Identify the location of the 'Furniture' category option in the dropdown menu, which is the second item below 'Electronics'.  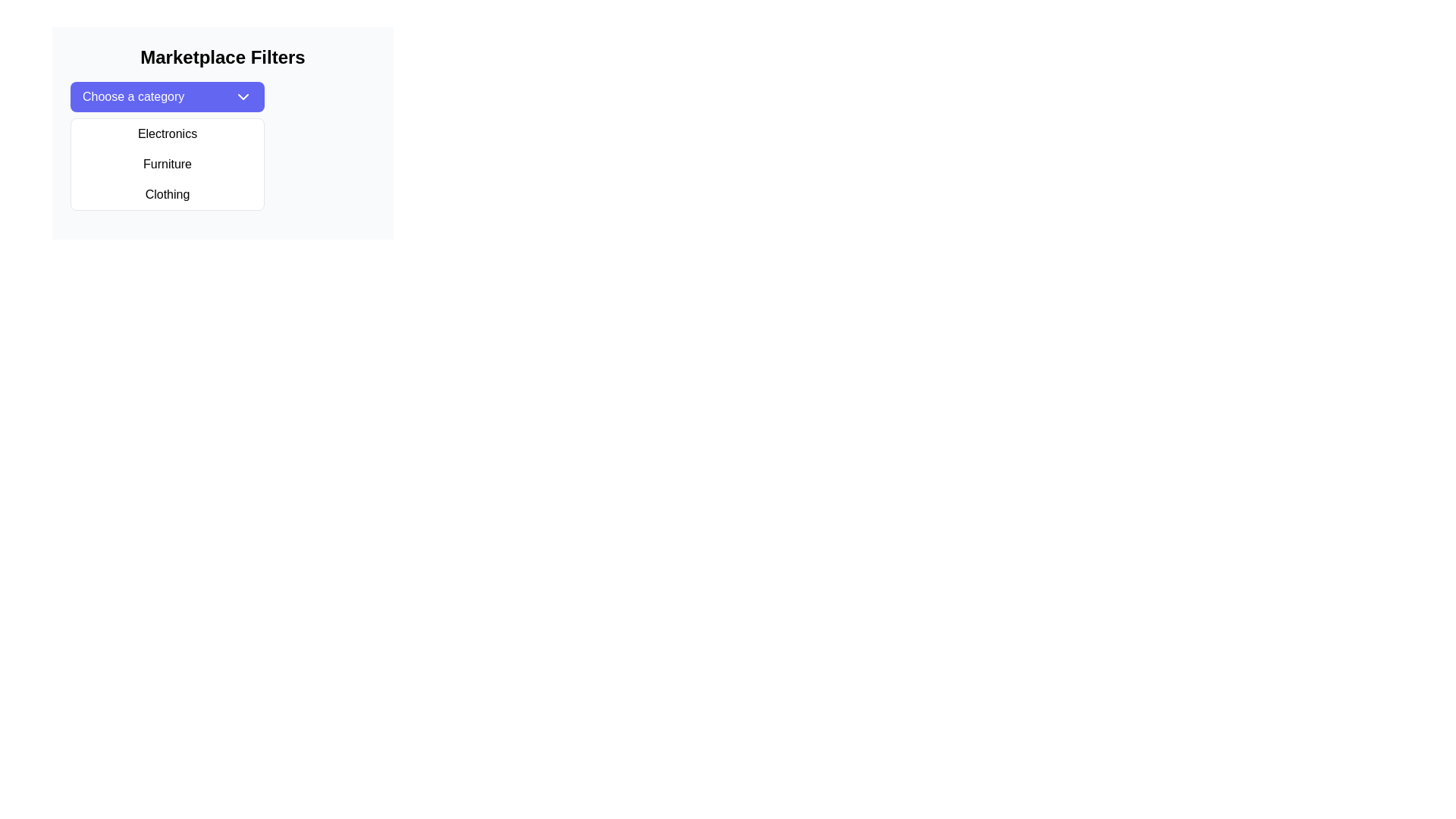
(167, 164).